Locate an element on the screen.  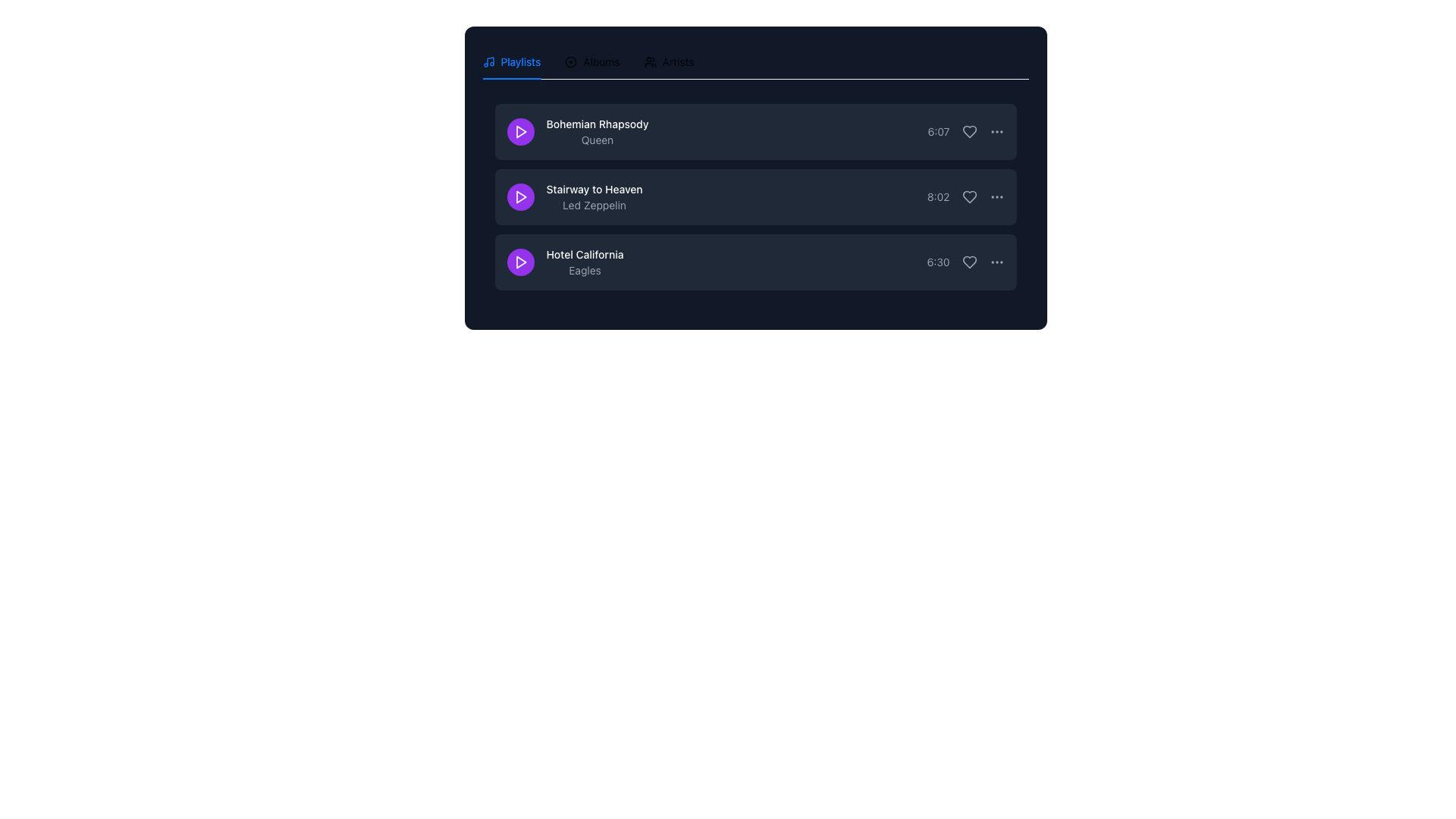
the heart-shaped icon button located on the right side of the first item in the playlist, between the duration text '6:07' and an ellipsis icon is located at coordinates (965, 130).